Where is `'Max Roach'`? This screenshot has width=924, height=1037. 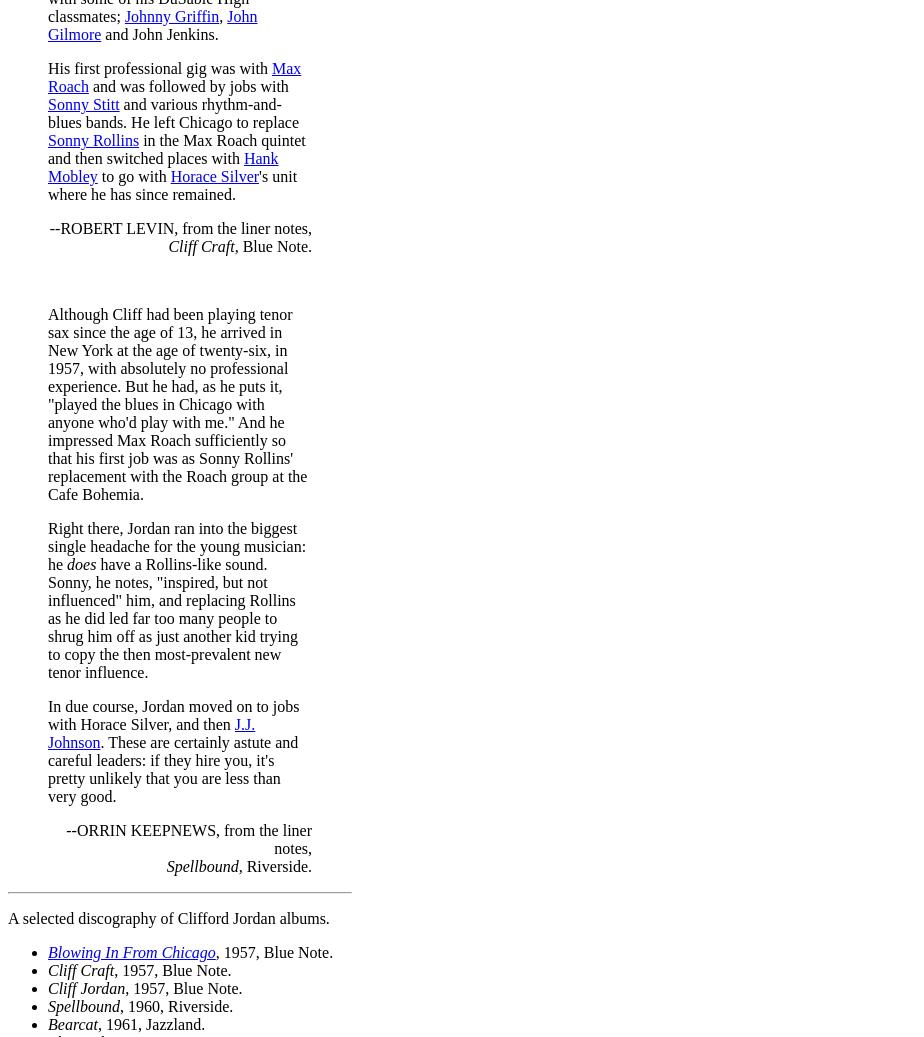 'Max Roach' is located at coordinates (174, 75).